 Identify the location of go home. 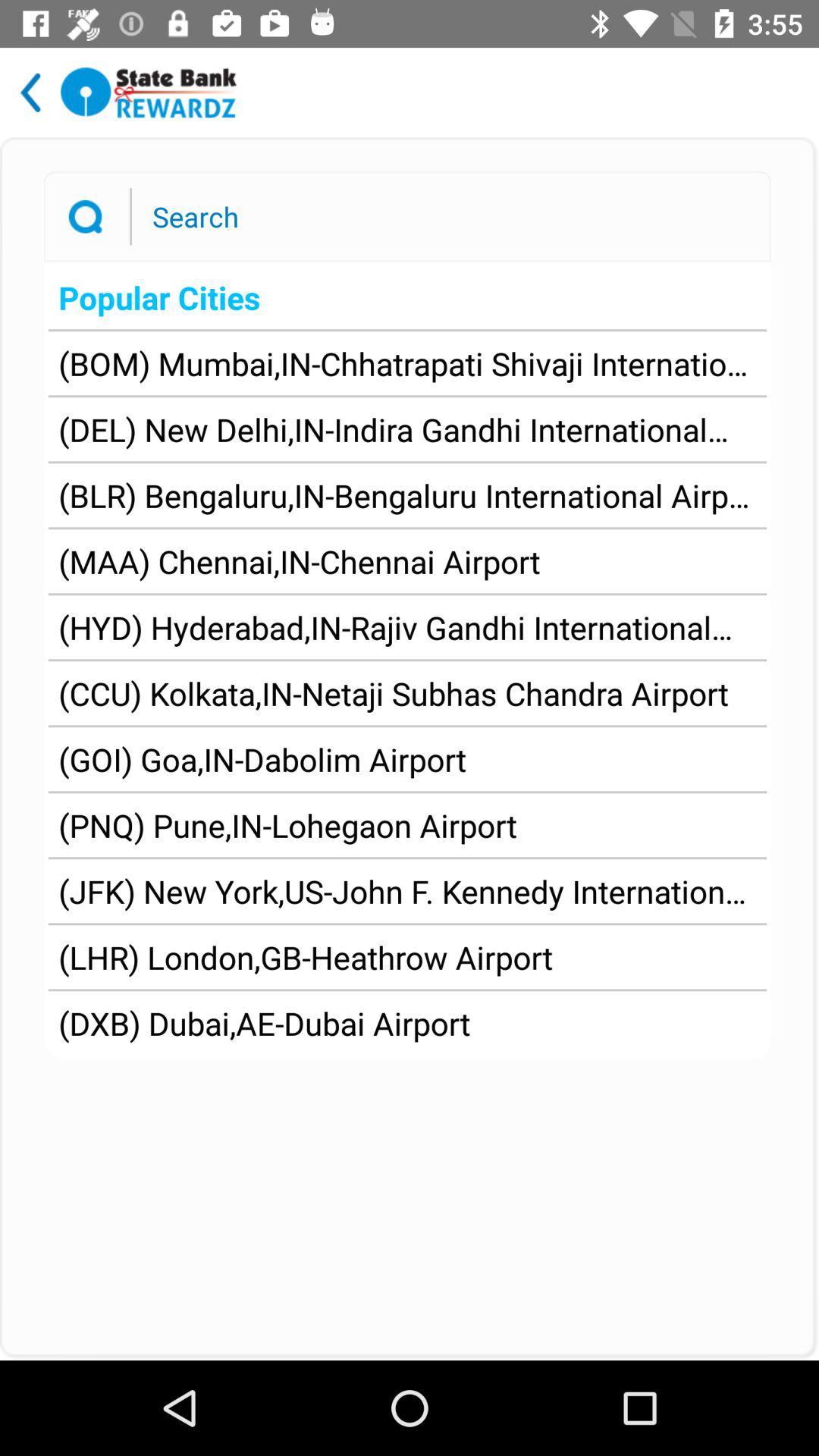
(149, 92).